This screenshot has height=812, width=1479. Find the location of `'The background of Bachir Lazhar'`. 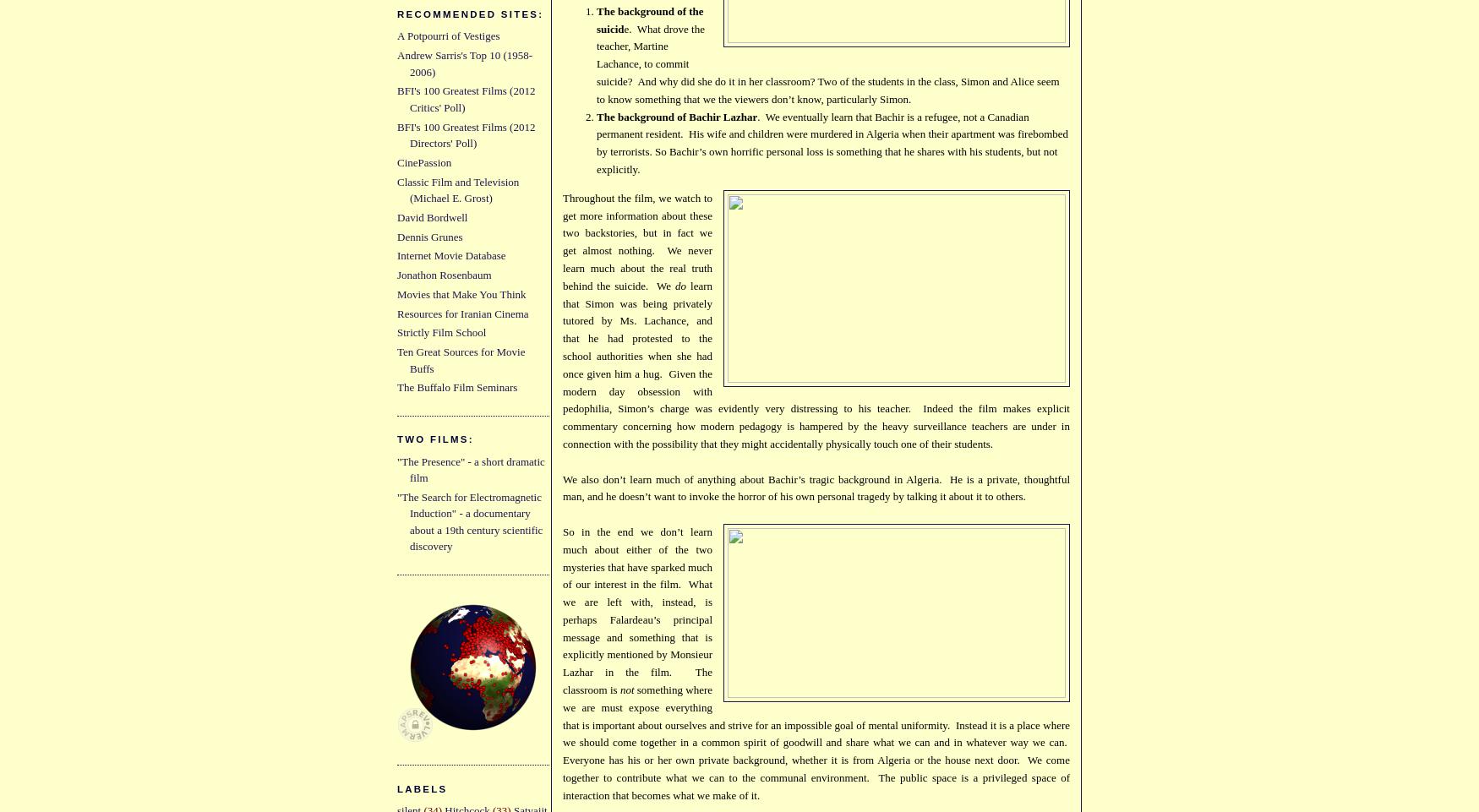

'The background of Bachir Lazhar' is located at coordinates (675, 115).